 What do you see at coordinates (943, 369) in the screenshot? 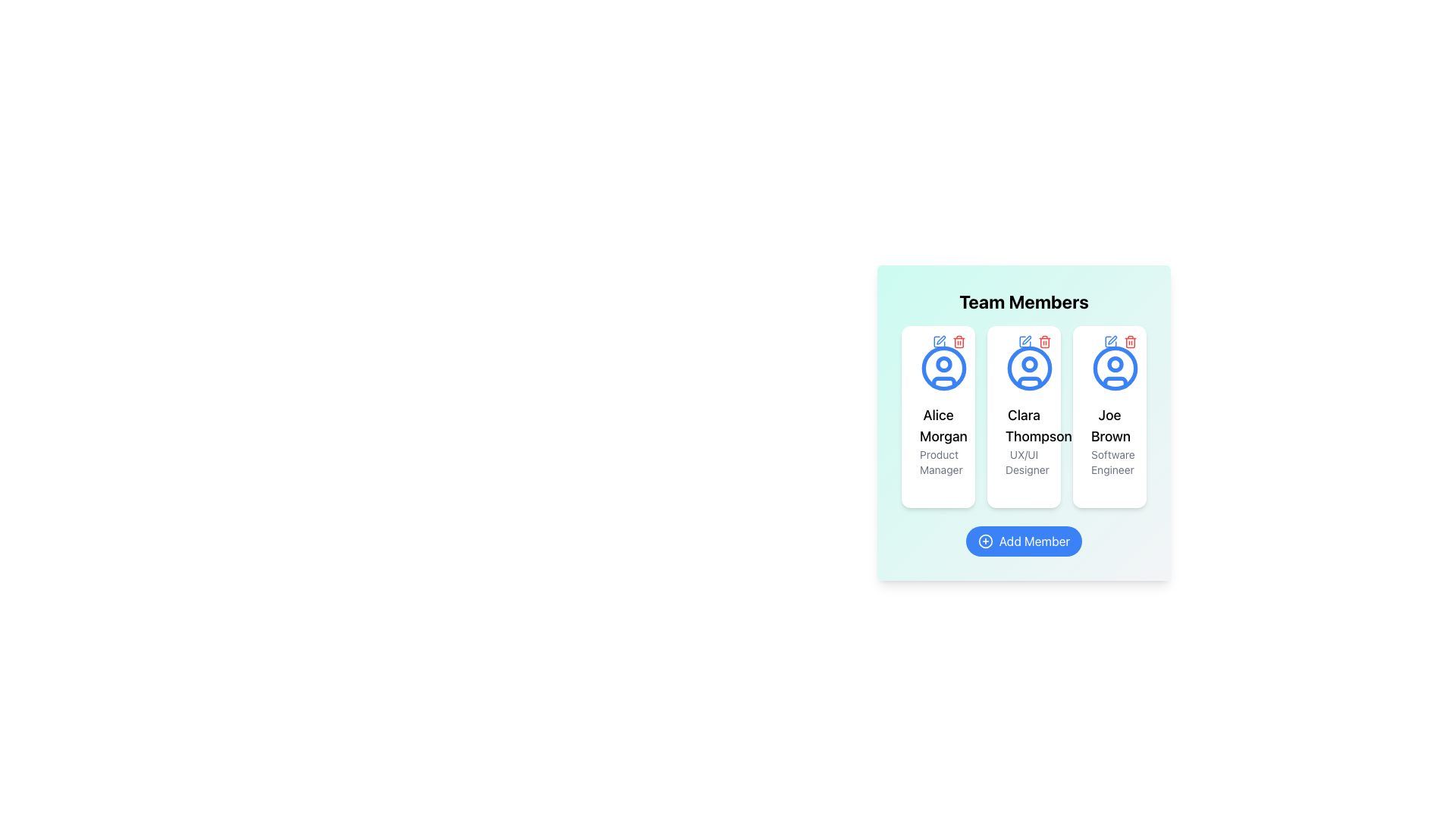
I see `the SVG circle in the profile icon of the first member card ('Alice Morgan - Product Manager') in the 'Team Members' section` at bounding box center [943, 369].